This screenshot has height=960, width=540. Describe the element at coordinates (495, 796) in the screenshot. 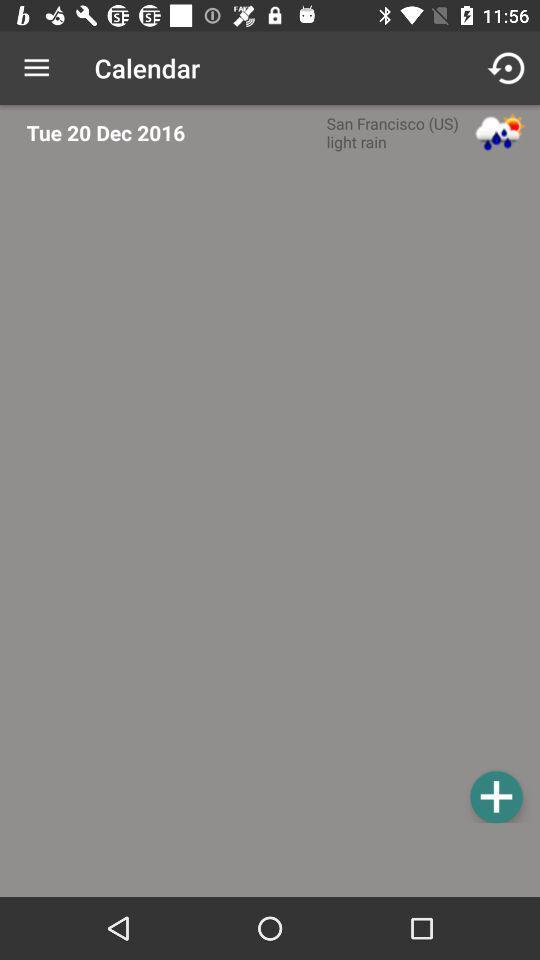

I see `the icon at the bottom right corner` at that location.